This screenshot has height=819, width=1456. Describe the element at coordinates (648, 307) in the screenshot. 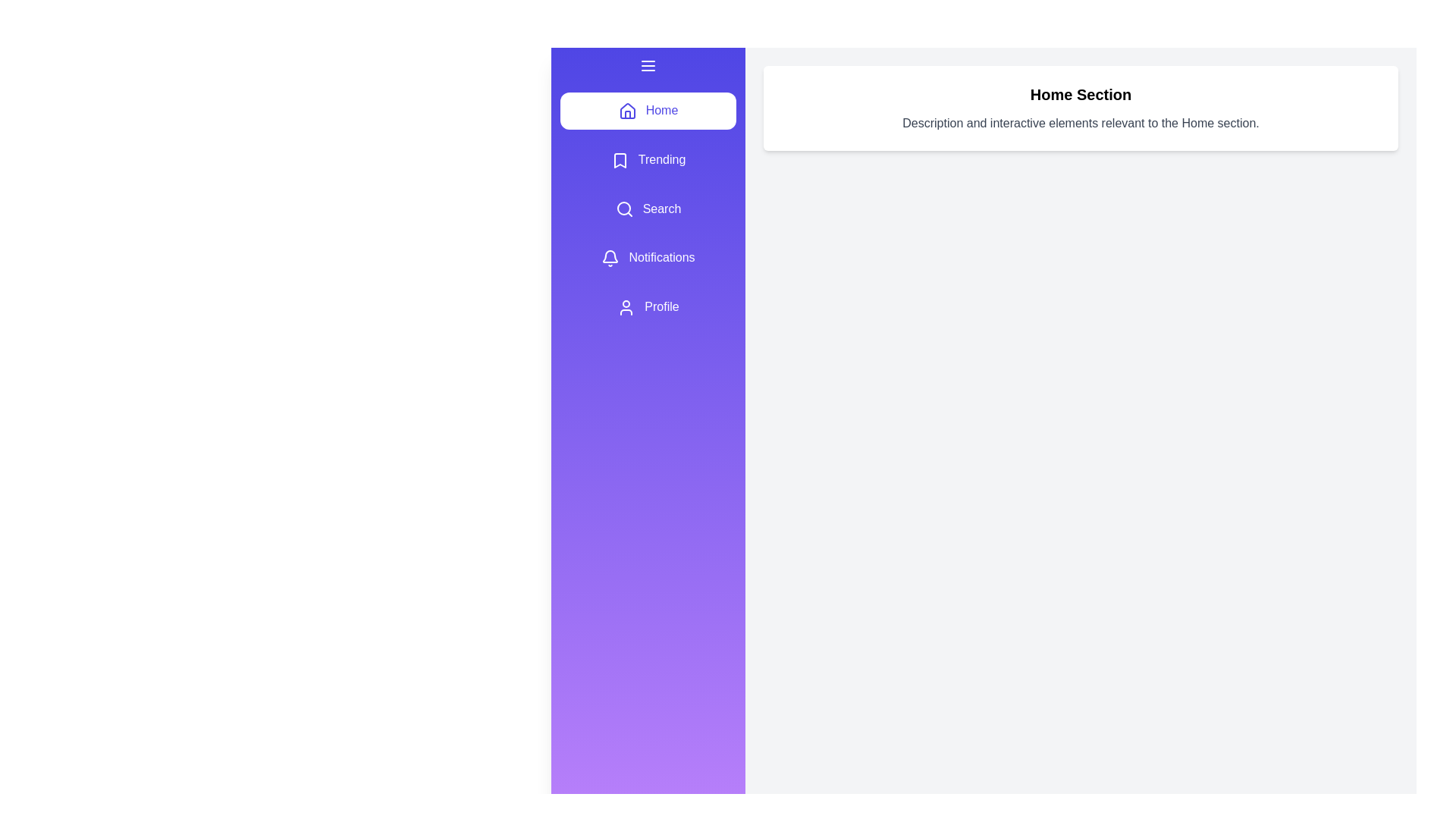

I see `the navigation option labeled Profile to observe the hover effect` at that location.